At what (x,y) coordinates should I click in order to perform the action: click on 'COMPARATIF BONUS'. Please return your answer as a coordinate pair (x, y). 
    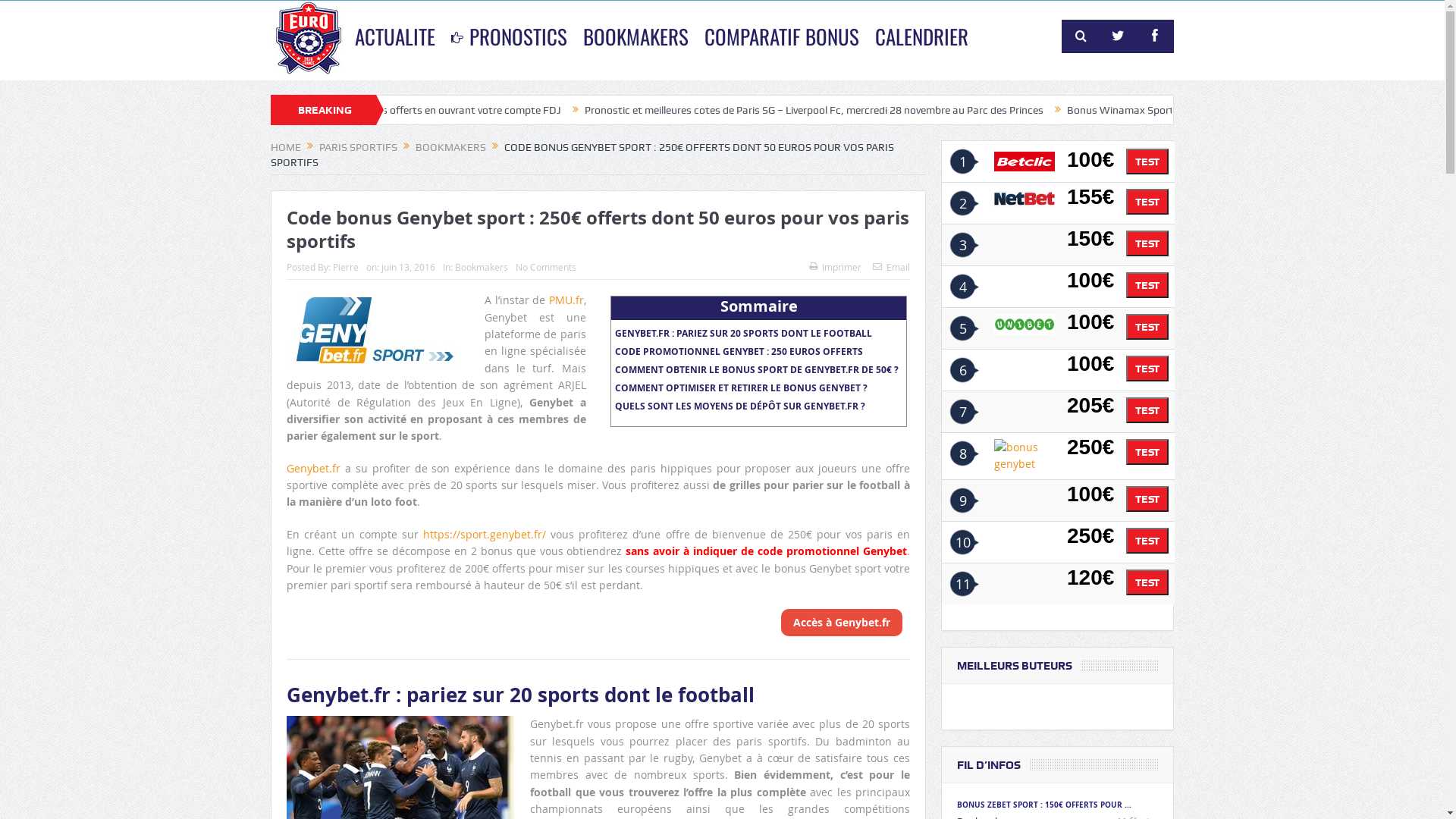
    Looking at the image, I should click on (695, 35).